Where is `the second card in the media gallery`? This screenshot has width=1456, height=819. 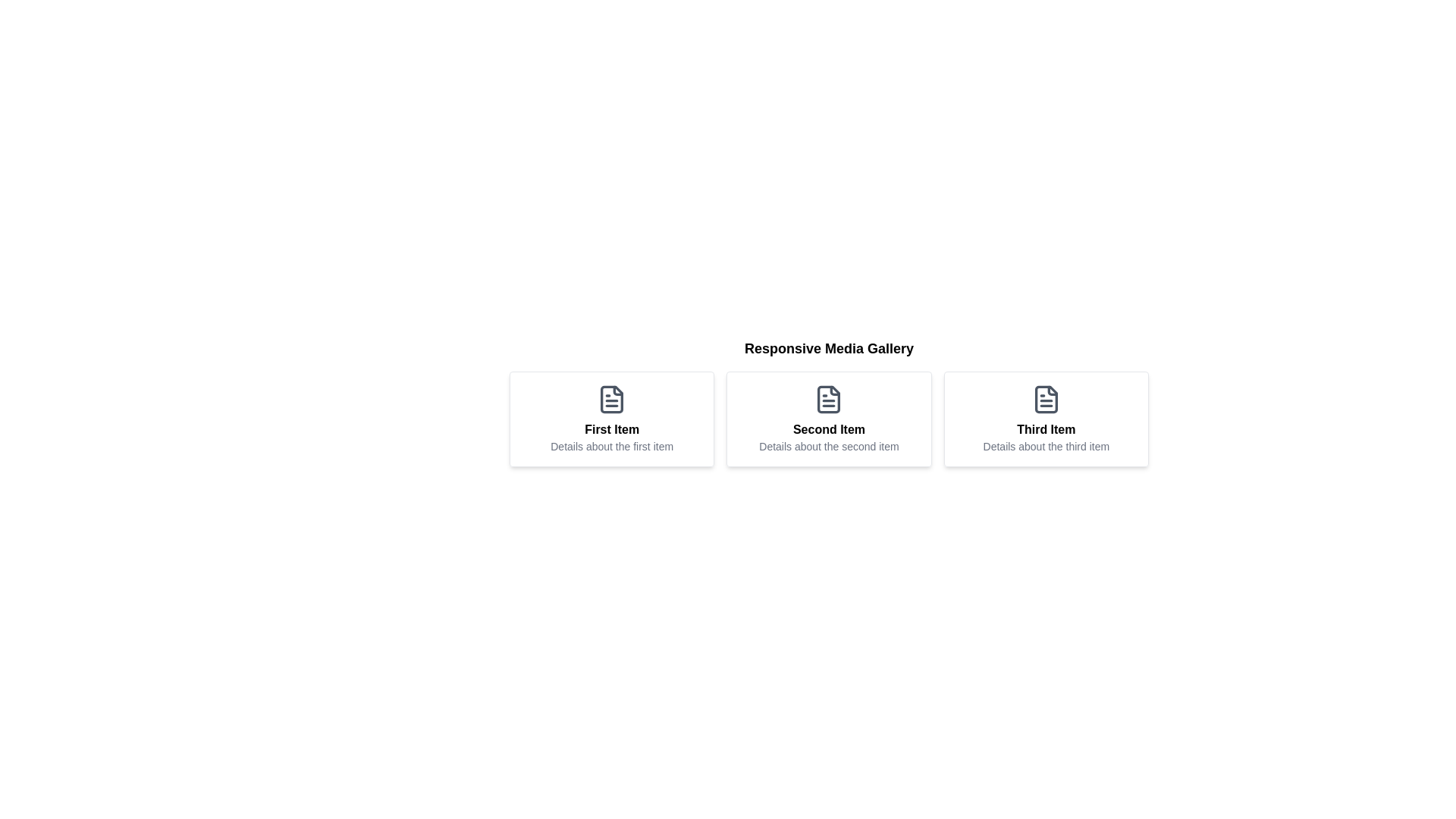 the second card in the media gallery is located at coordinates (828, 402).